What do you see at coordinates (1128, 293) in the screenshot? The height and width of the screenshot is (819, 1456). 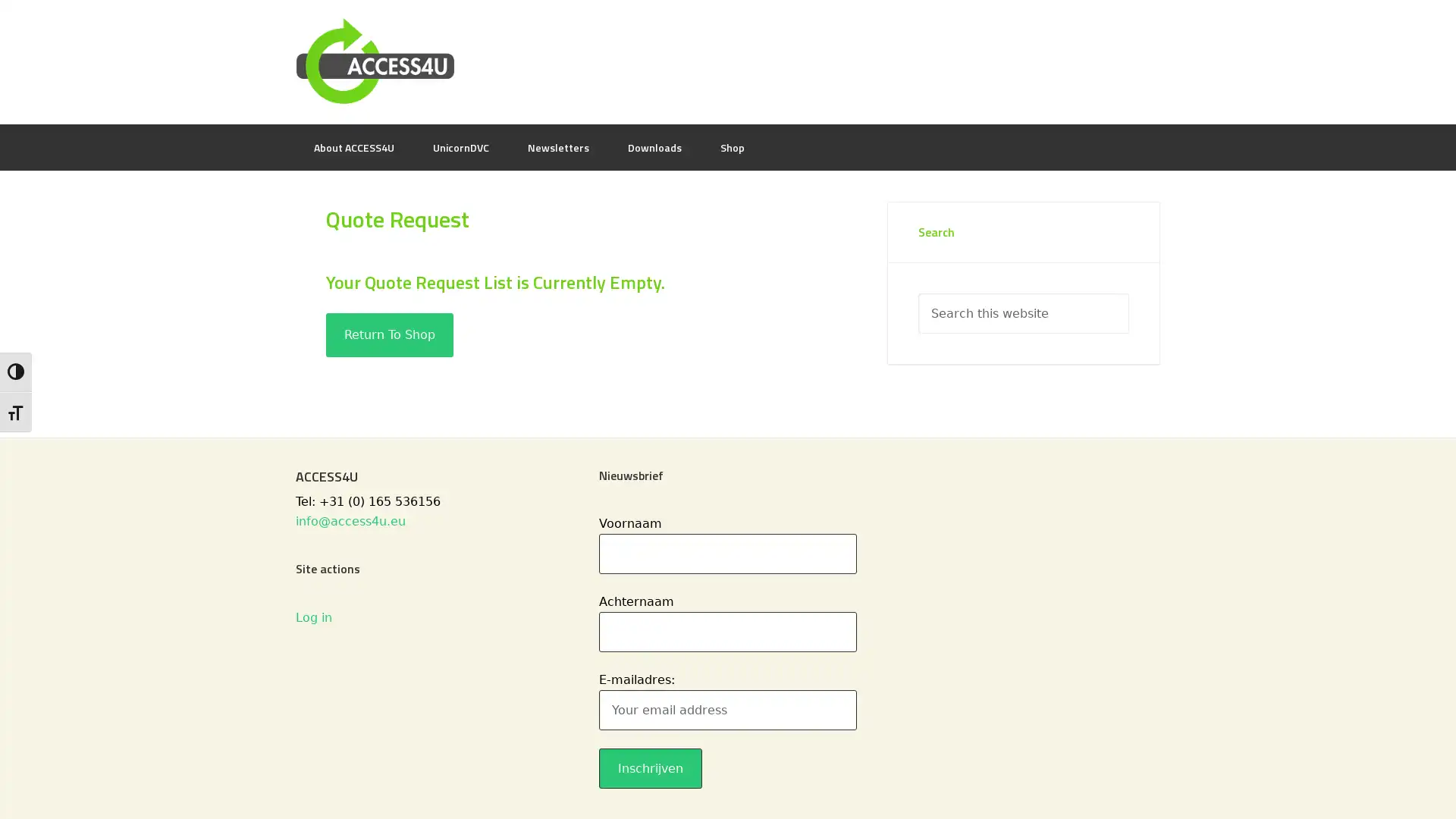 I see `Search` at bounding box center [1128, 293].